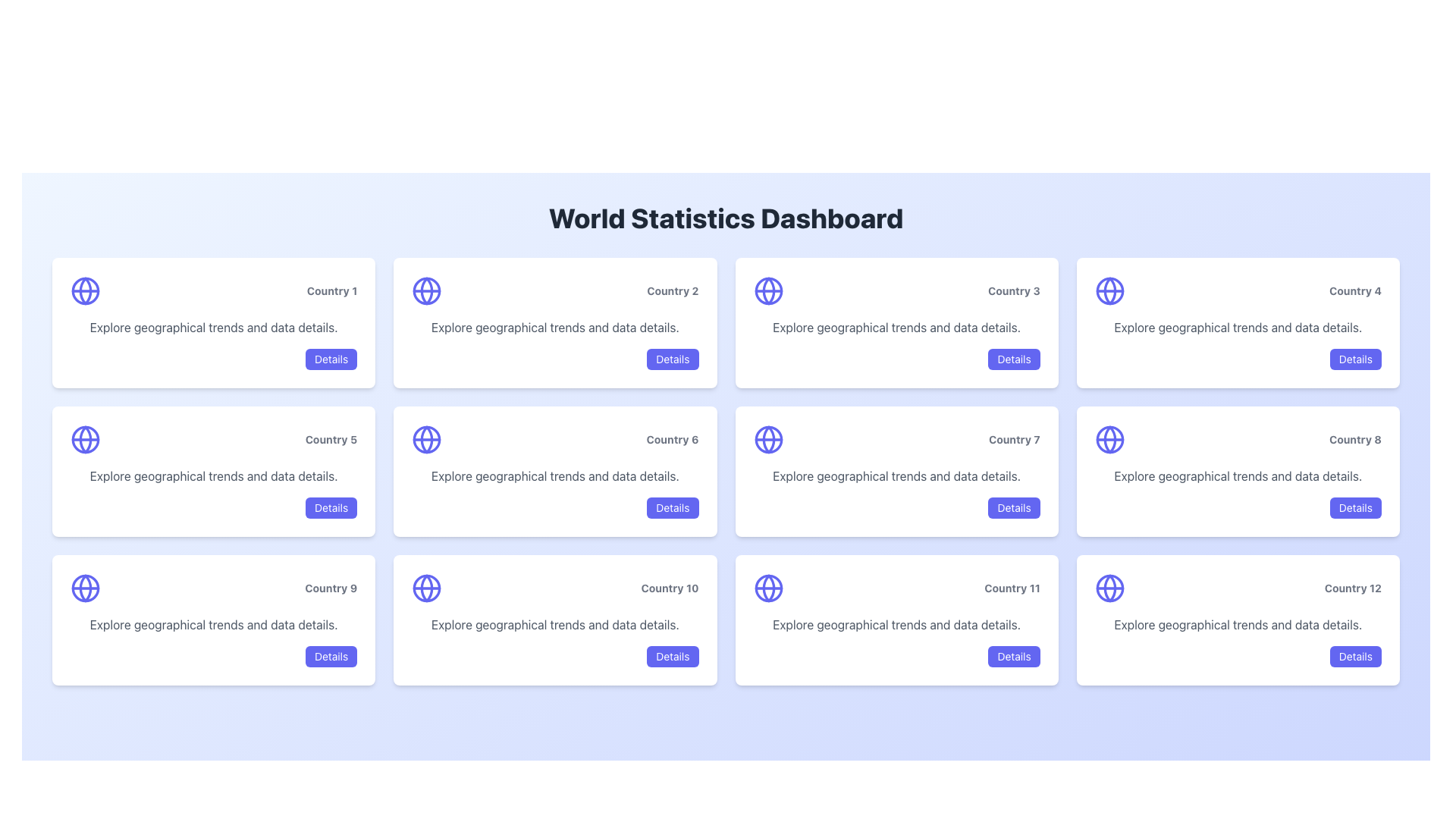  What do you see at coordinates (1355, 508) in the screenshot?
I see `the 'Details' button located at the bottom-right corner of the card for 'Country 8', which has white text on a blue background and a rounded rectangular shape` at bounding box center [1355, 508].